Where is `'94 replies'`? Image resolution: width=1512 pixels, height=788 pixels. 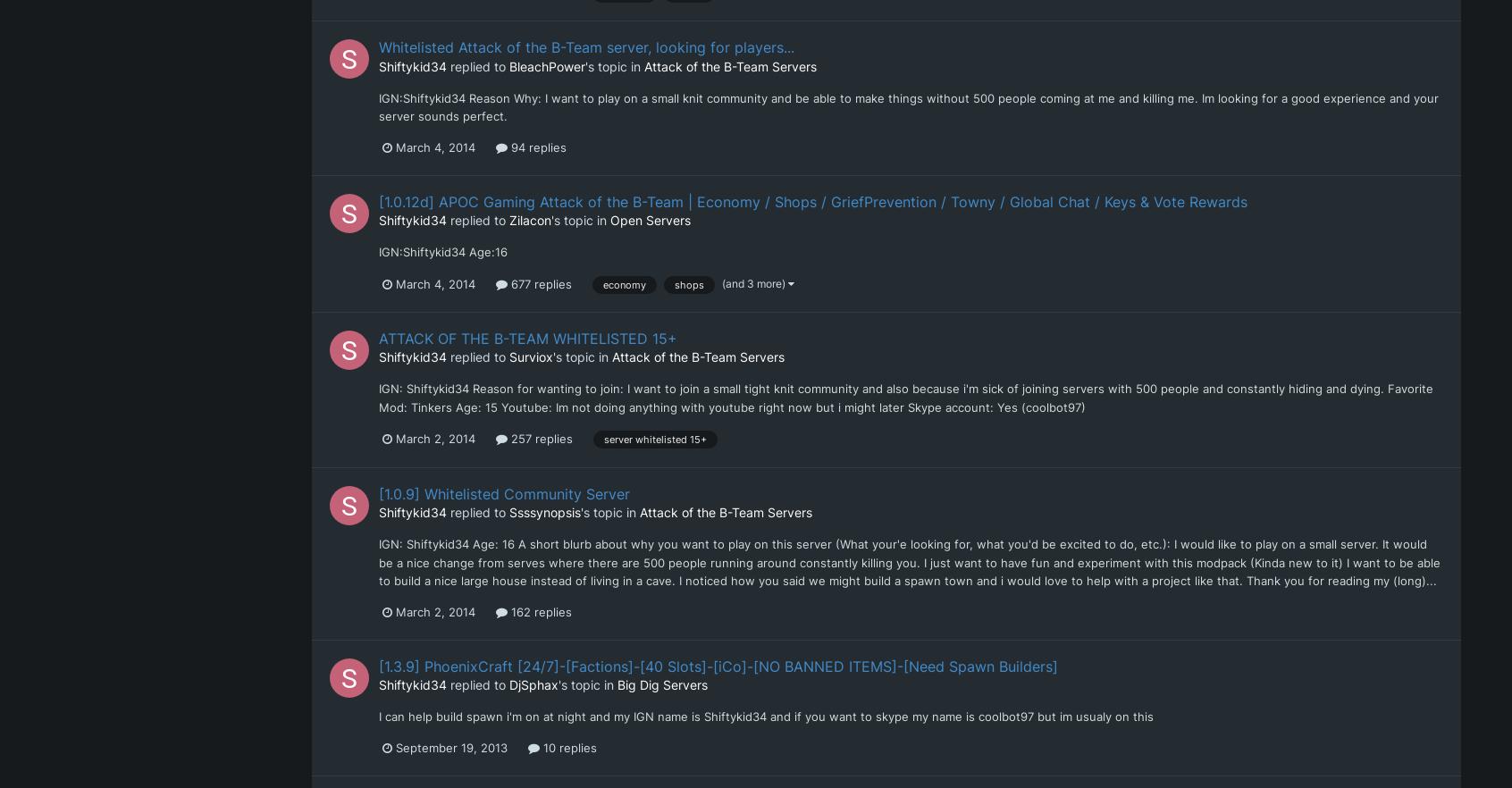 '94 replies' is located at coordinates (535, 147).